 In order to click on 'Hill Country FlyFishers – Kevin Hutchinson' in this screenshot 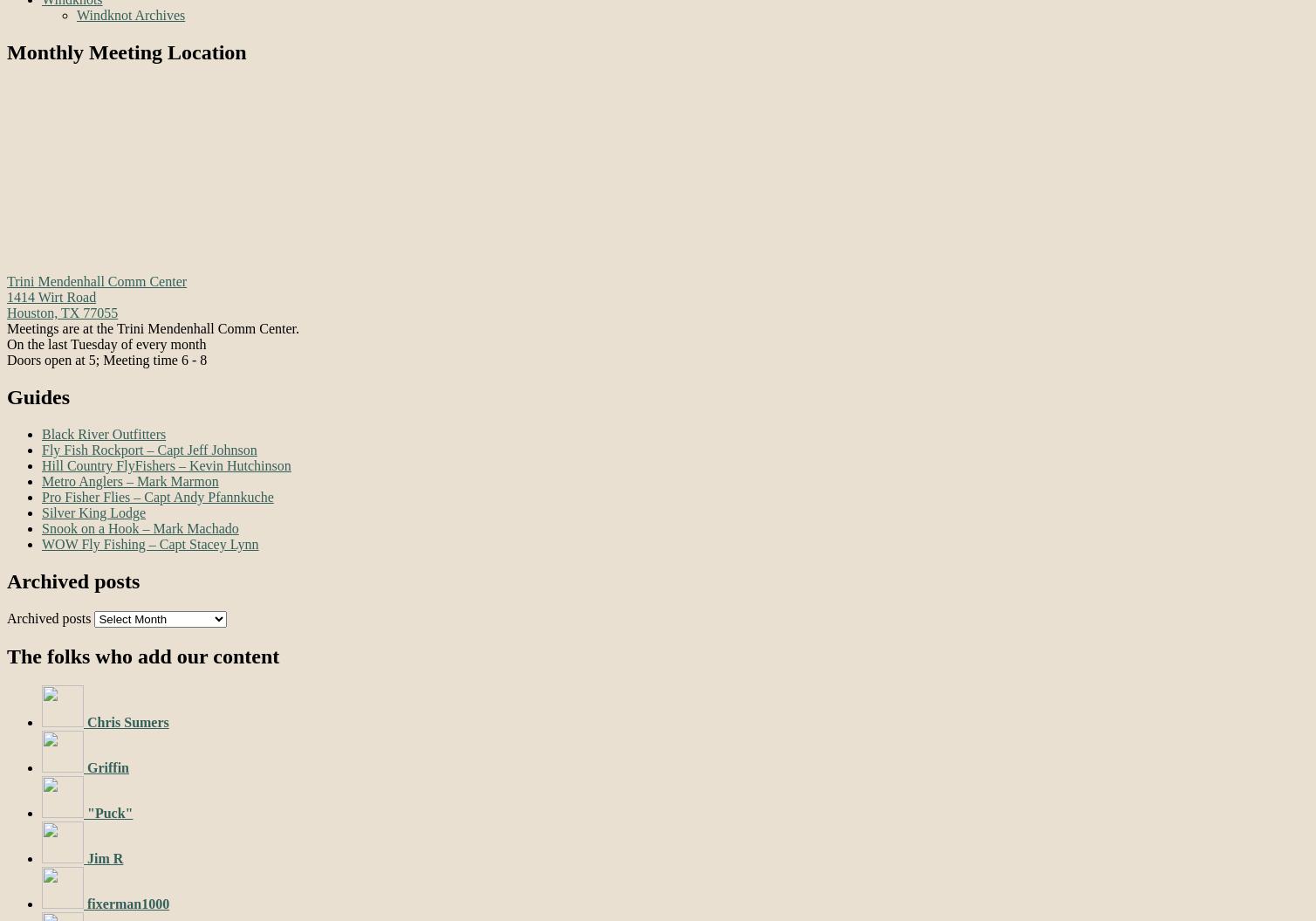, I will do `click(41, 464)`.